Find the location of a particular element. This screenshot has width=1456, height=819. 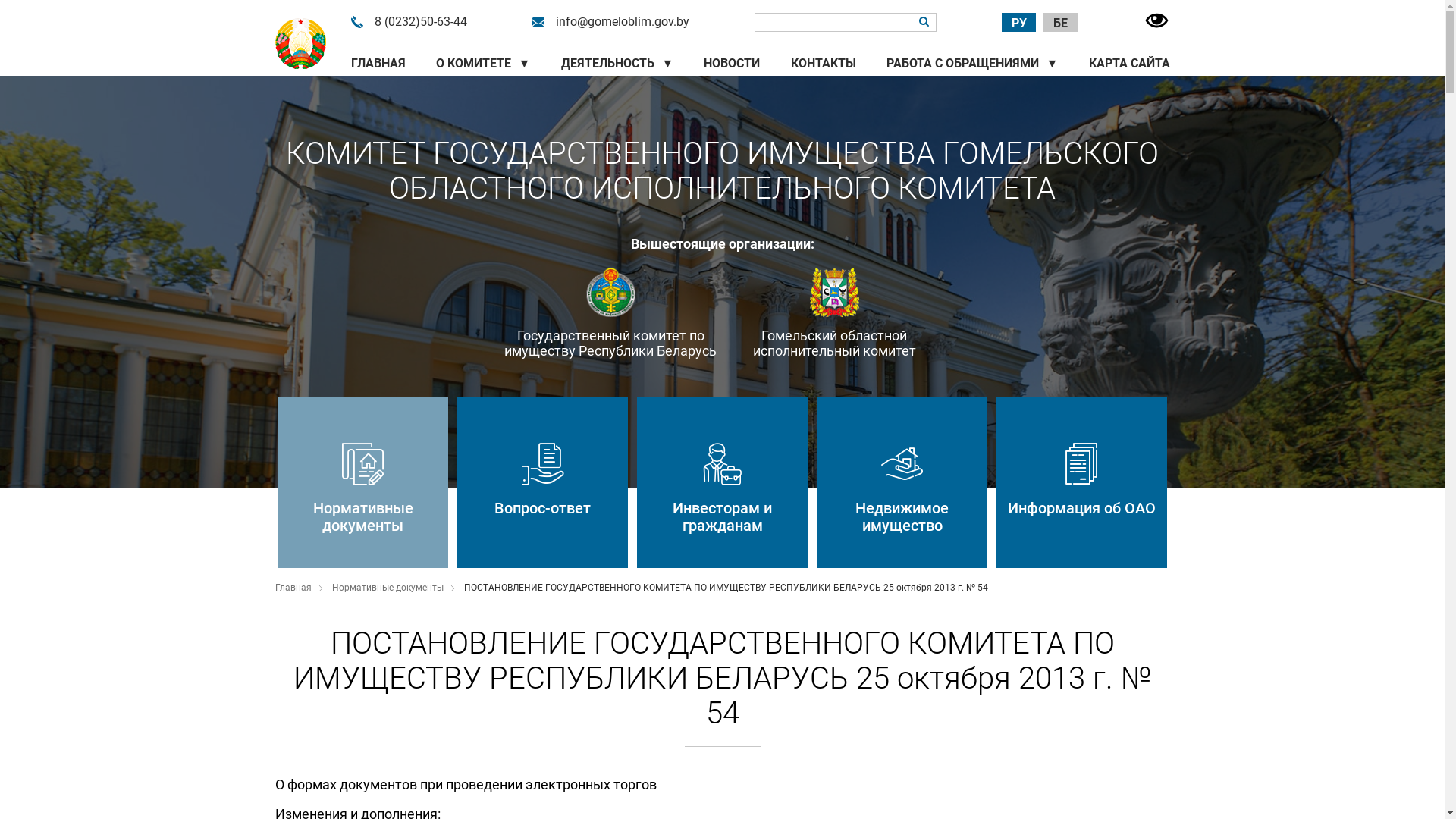

'8 (0232)50-63-44' is located at coordinates (421, 22).